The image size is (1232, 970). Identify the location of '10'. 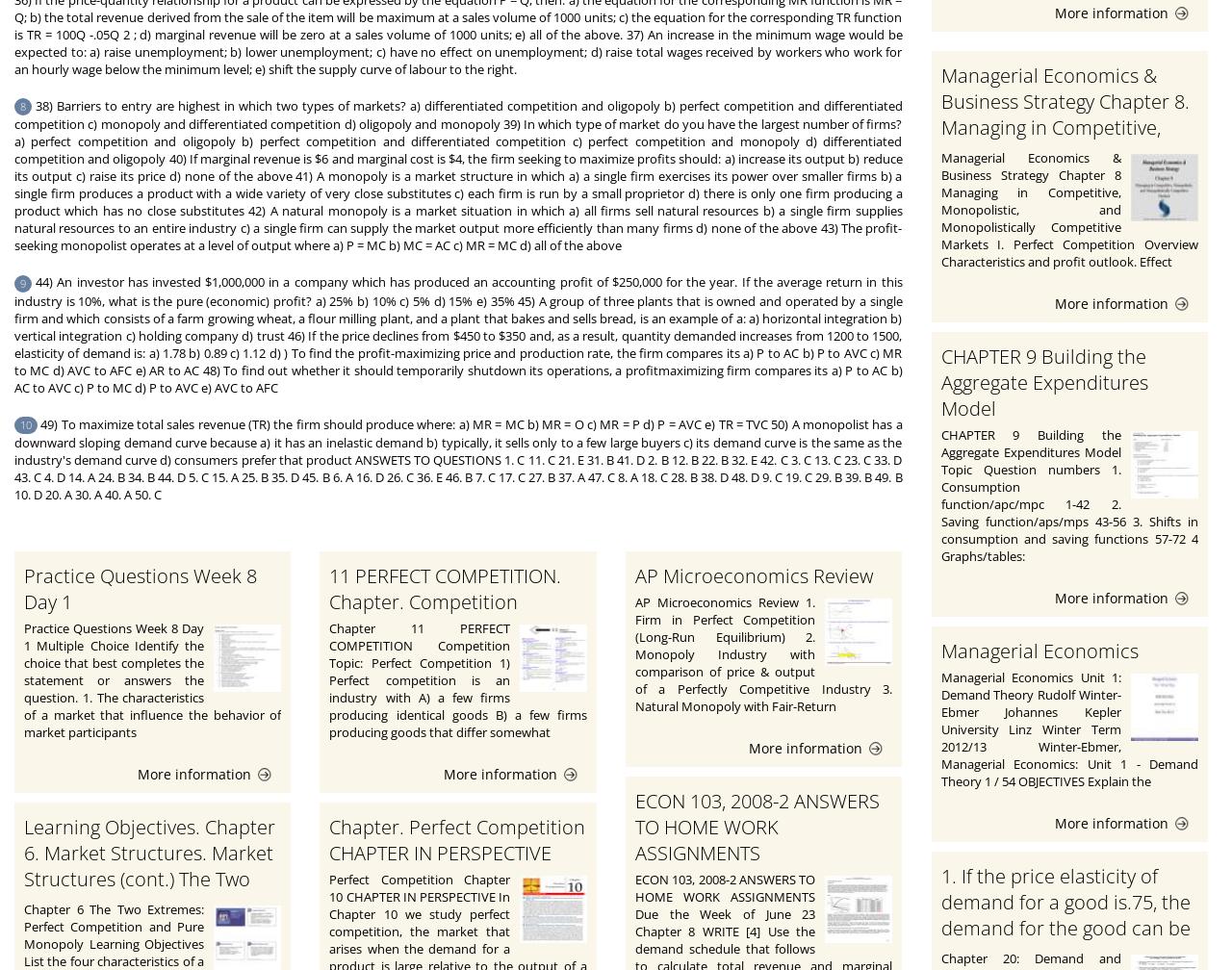
(26, 424).